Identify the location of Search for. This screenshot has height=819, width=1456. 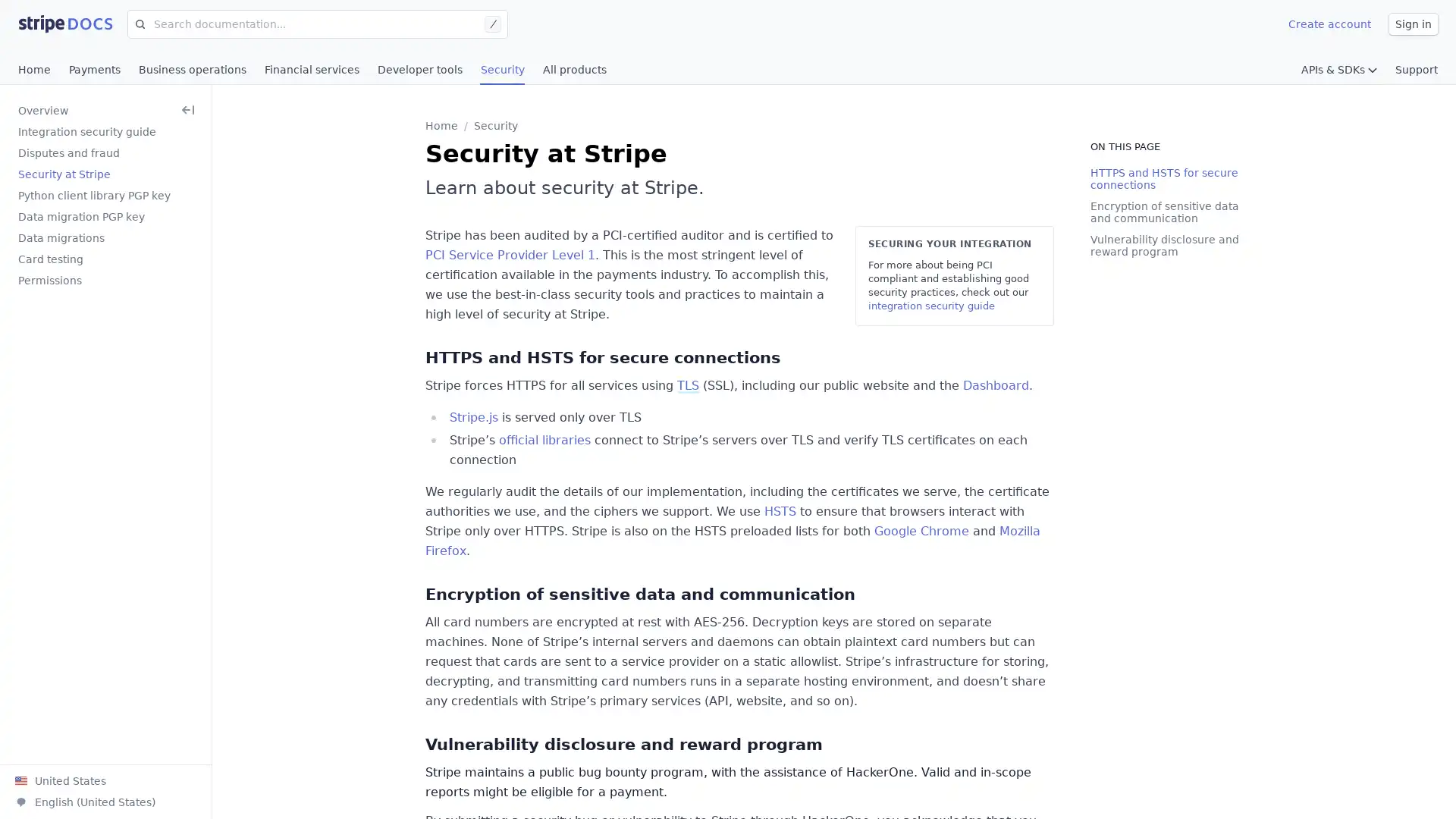
(136, 24).